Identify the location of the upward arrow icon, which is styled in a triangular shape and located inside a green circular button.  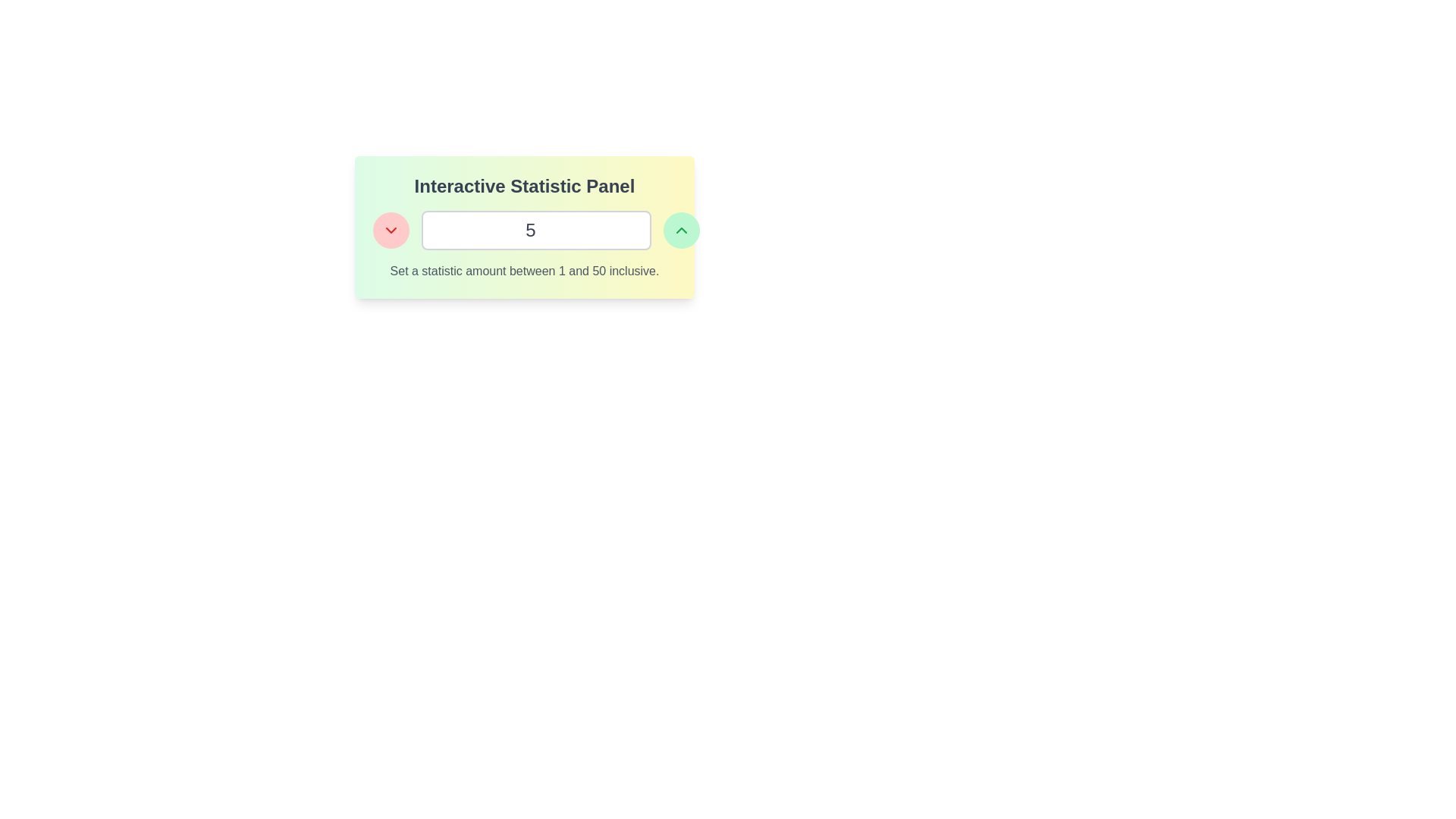
(680, 231).